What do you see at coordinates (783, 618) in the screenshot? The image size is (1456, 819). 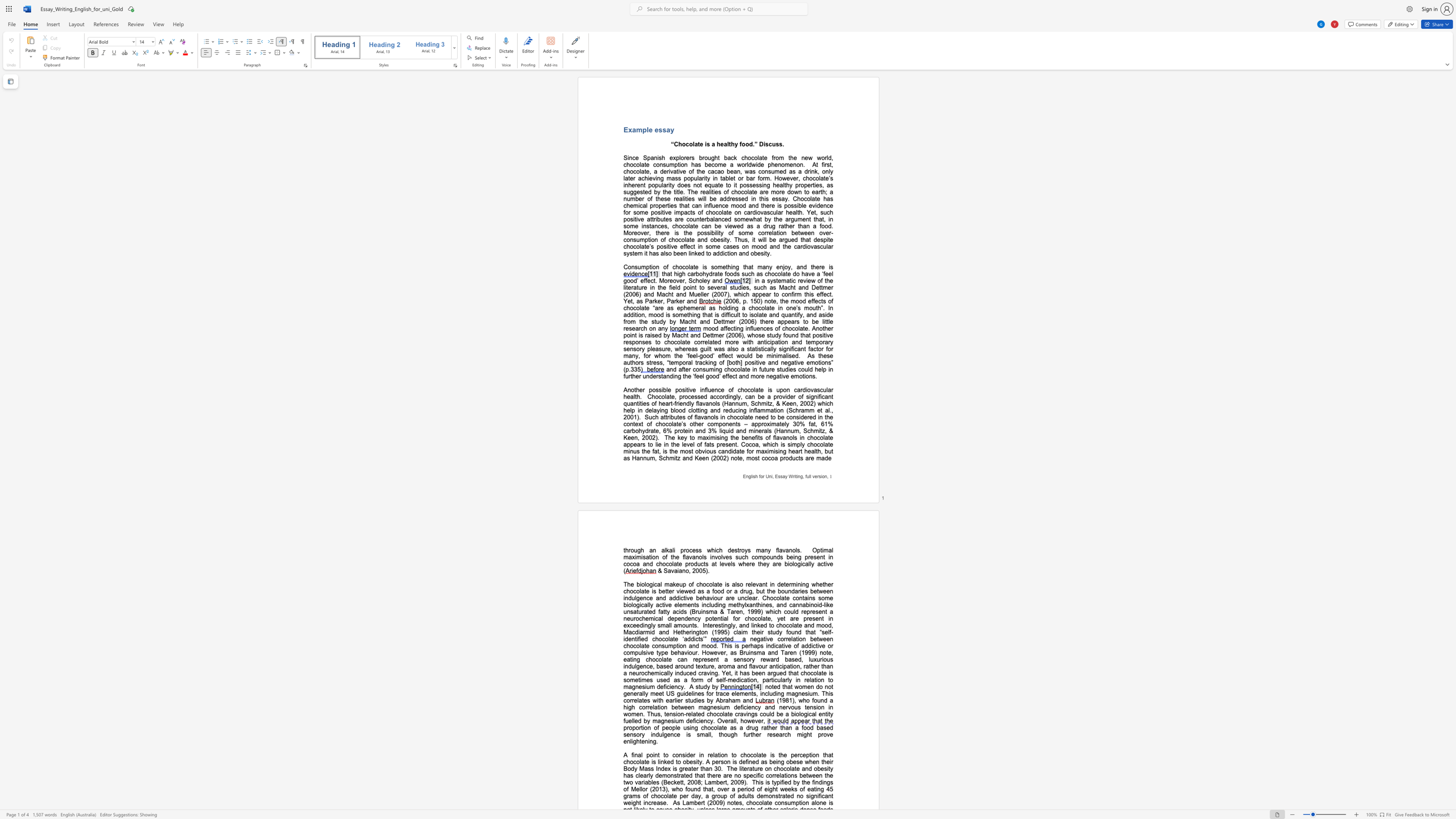 I see `the subset text "t ar" within the text "a neurochemical dependency potential for chocolate, yet are present in exceedingly small amounts"` at bounding box center [783, 618].